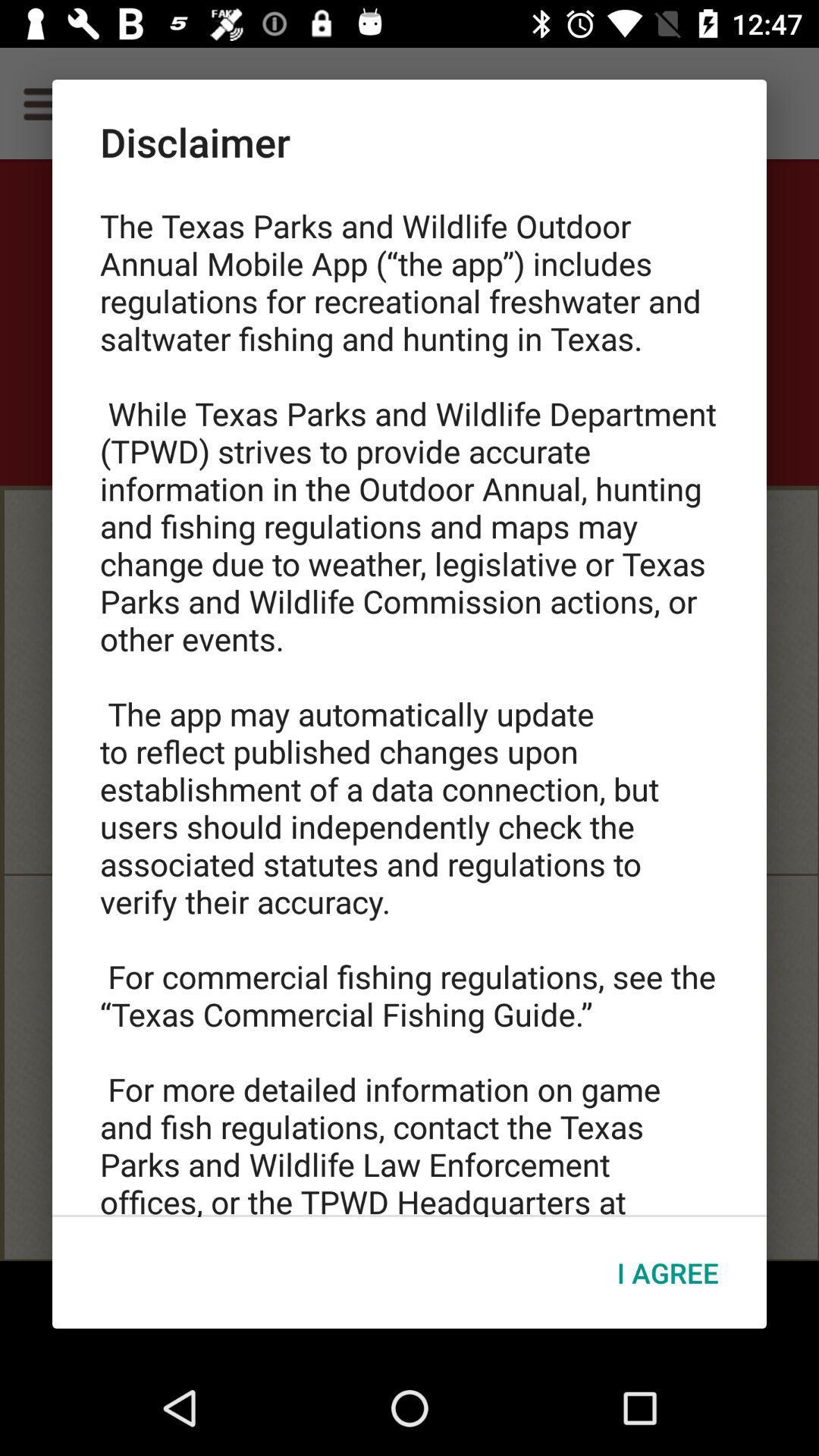  I want to click on i agree button, so click(667, 1272).